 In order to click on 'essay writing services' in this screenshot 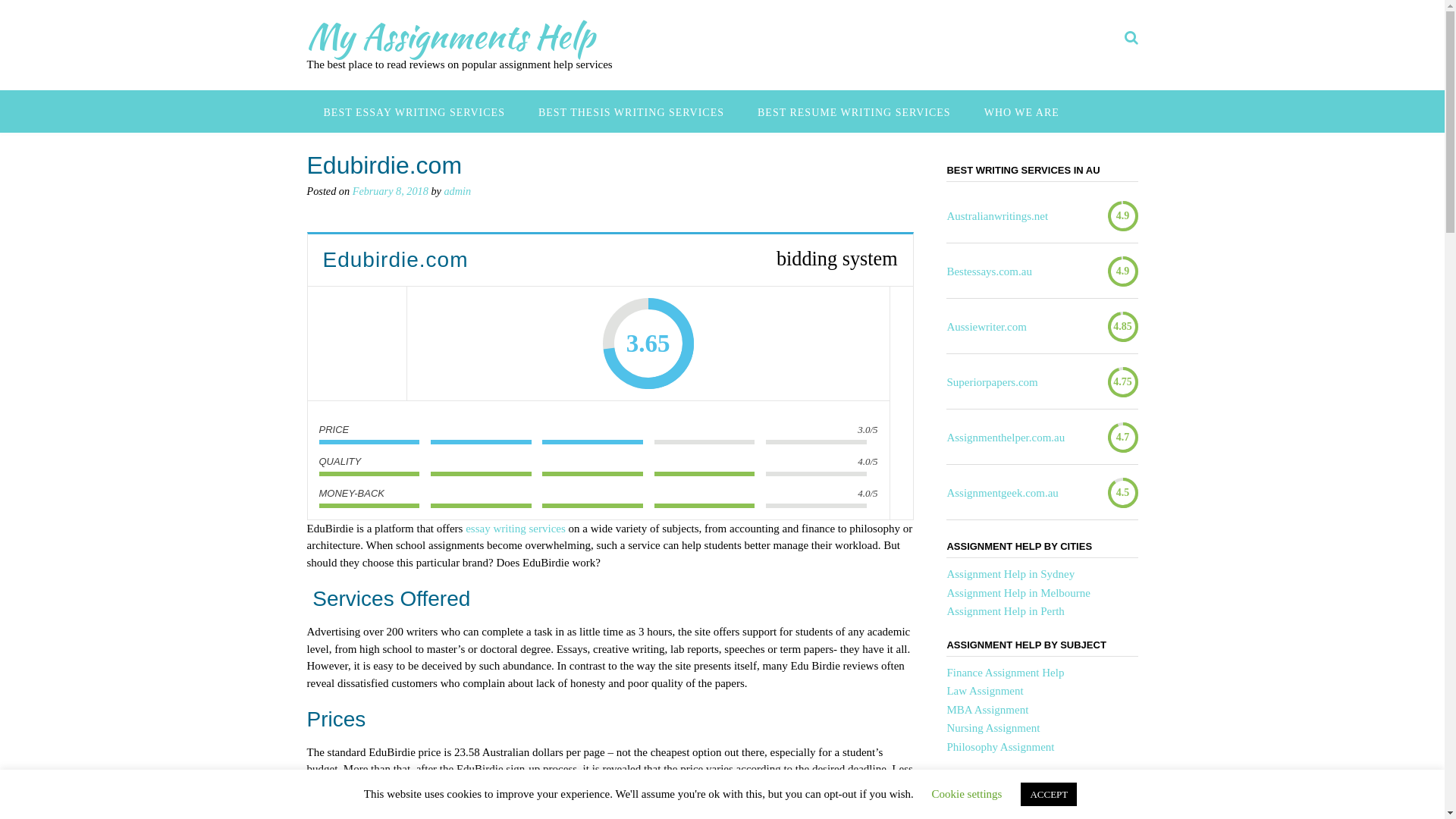, I will do `click(516, 528)`.